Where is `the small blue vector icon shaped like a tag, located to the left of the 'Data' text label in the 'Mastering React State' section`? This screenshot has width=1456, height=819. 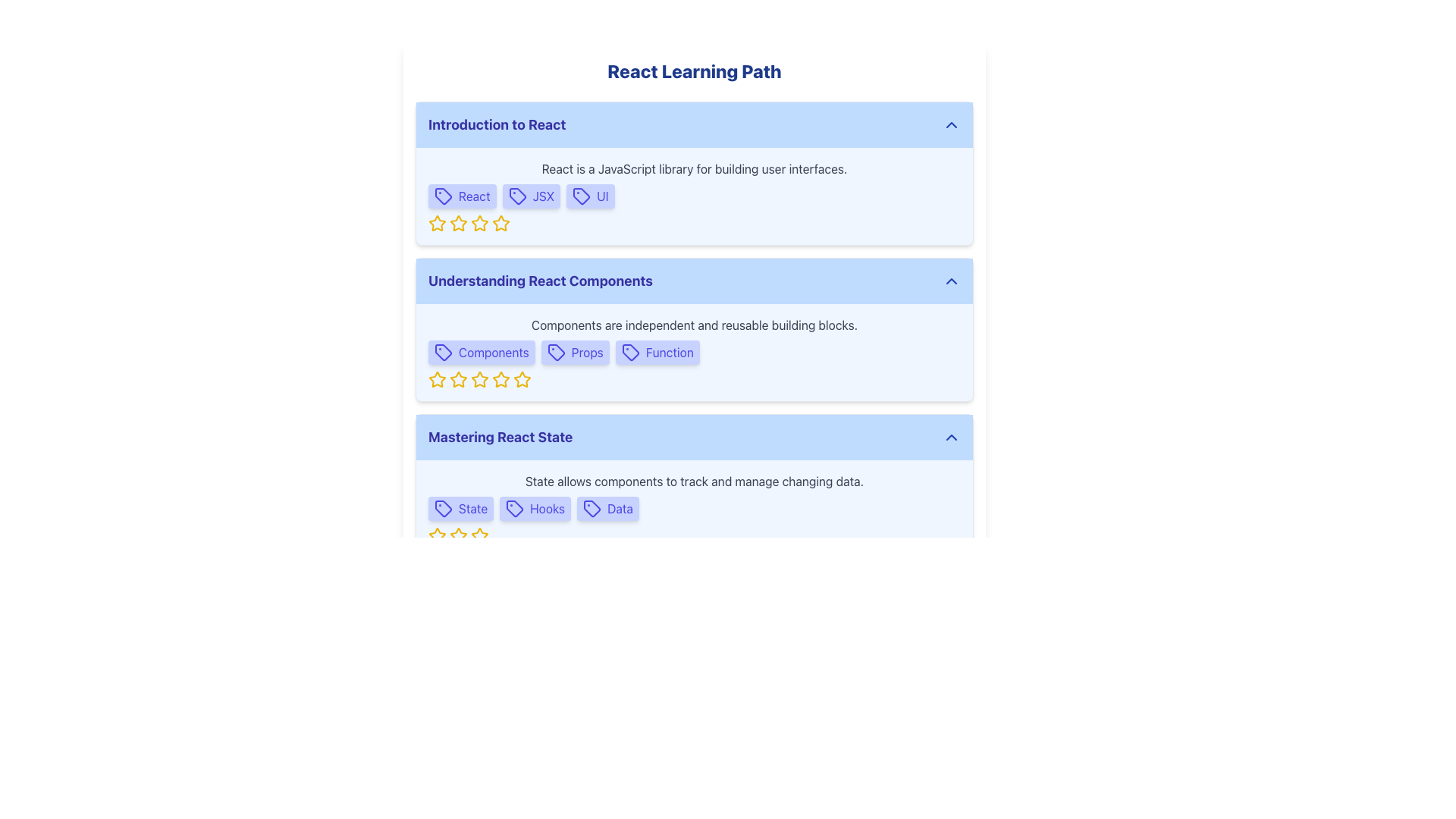
the small blue vector icon shaped like a tag, located to the left of the 'Data' text label in the 'Mastering React State' section is located at coordinates (591, 509).